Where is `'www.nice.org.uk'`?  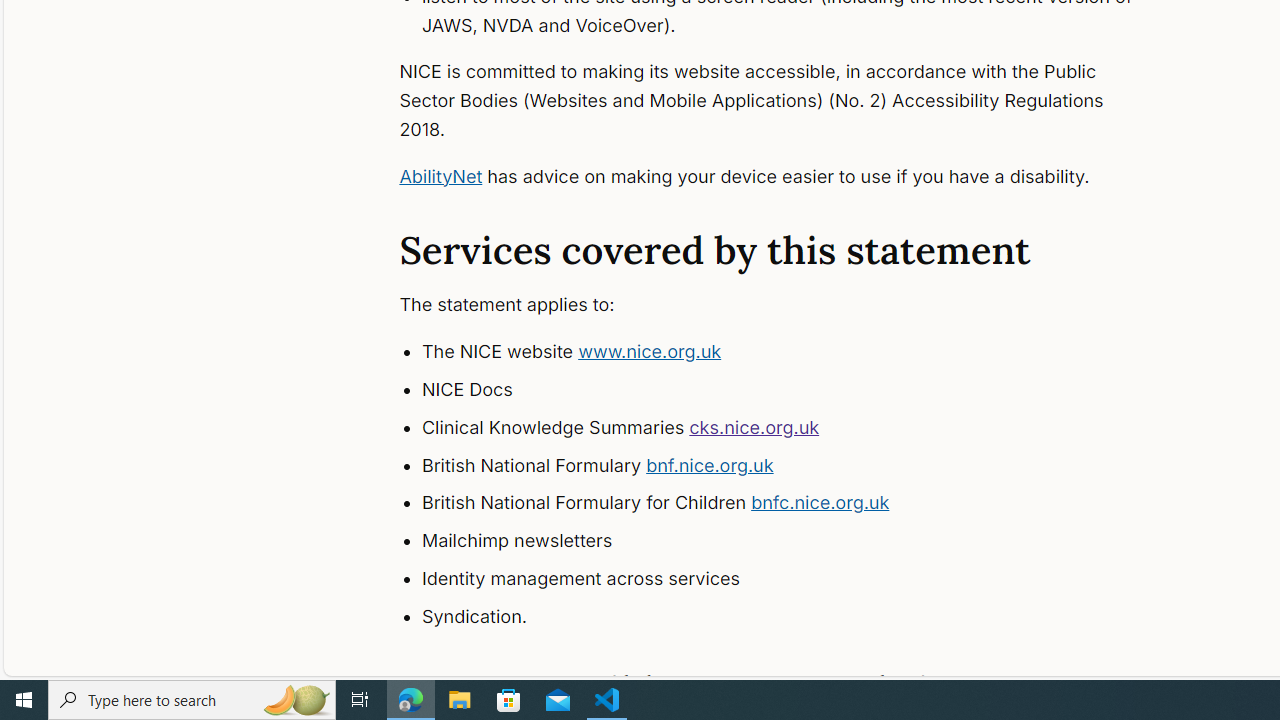
'www.nice.org.uk' is located at coordinates (650, 351).